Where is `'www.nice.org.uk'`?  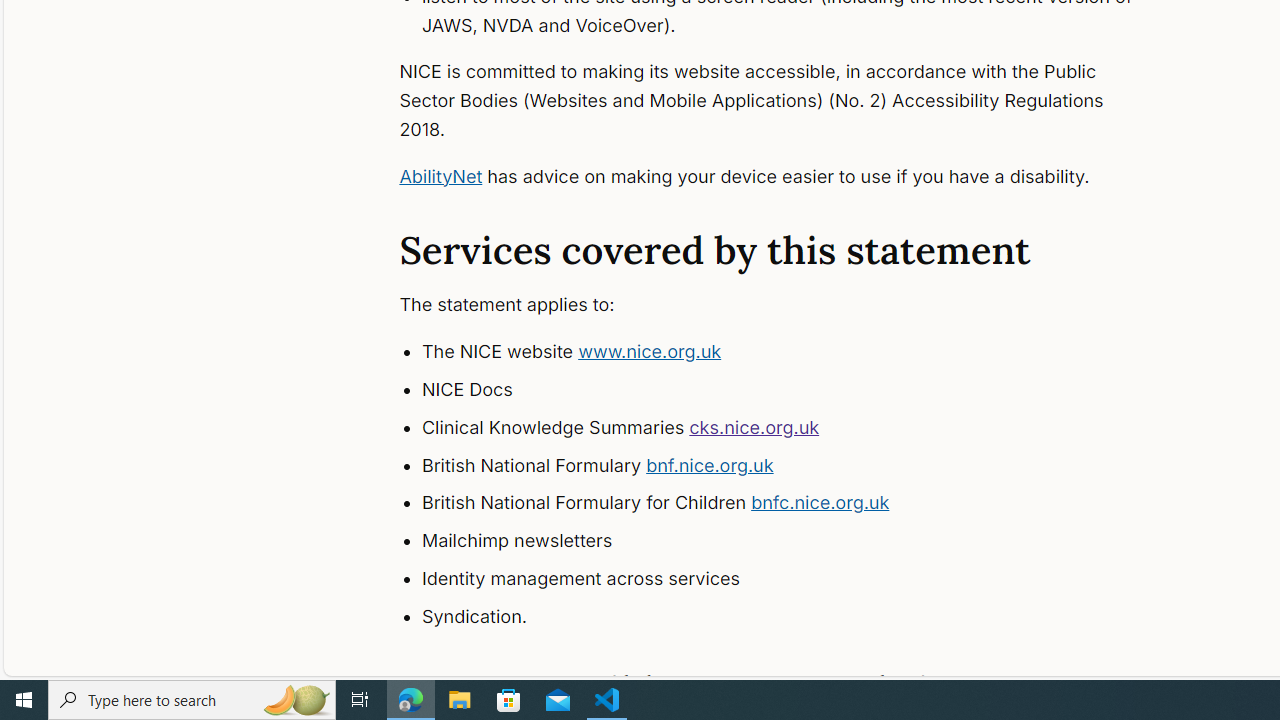
'www.nice.org.uk' is located at coordinates (650, 351).